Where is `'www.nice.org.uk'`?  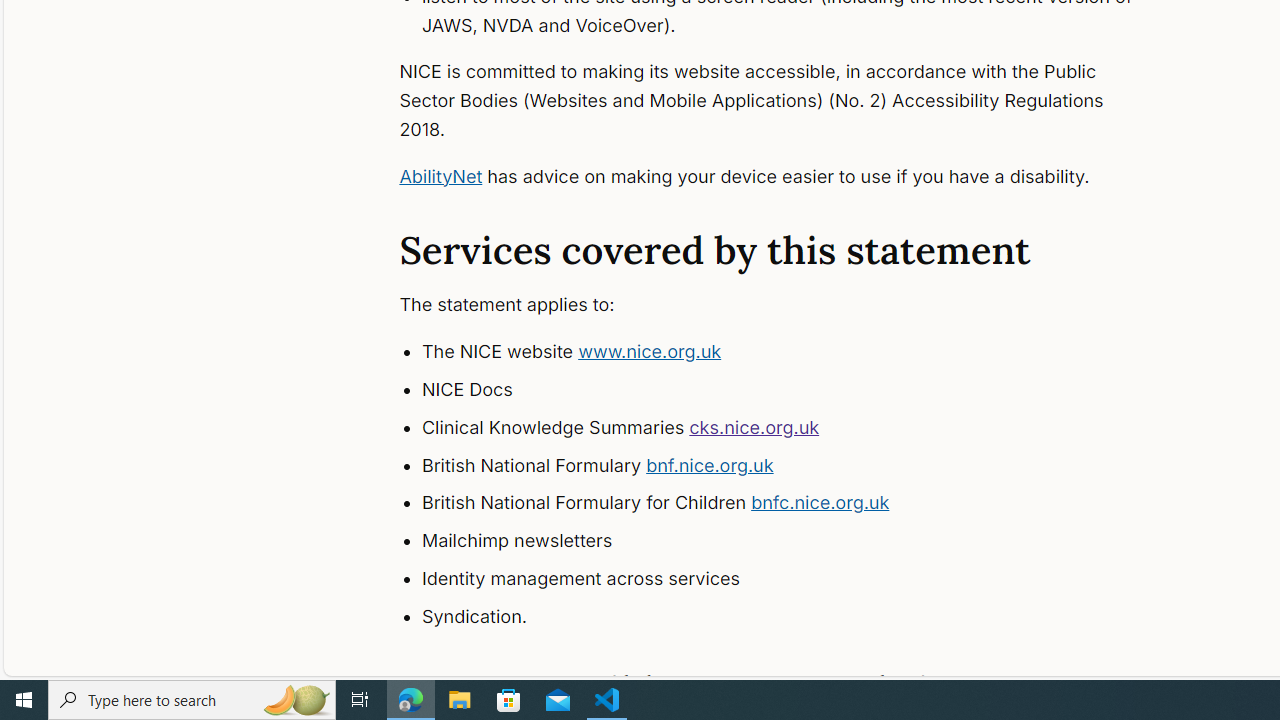
'www.nice.org.uk' is located at coordinates (650, 351).